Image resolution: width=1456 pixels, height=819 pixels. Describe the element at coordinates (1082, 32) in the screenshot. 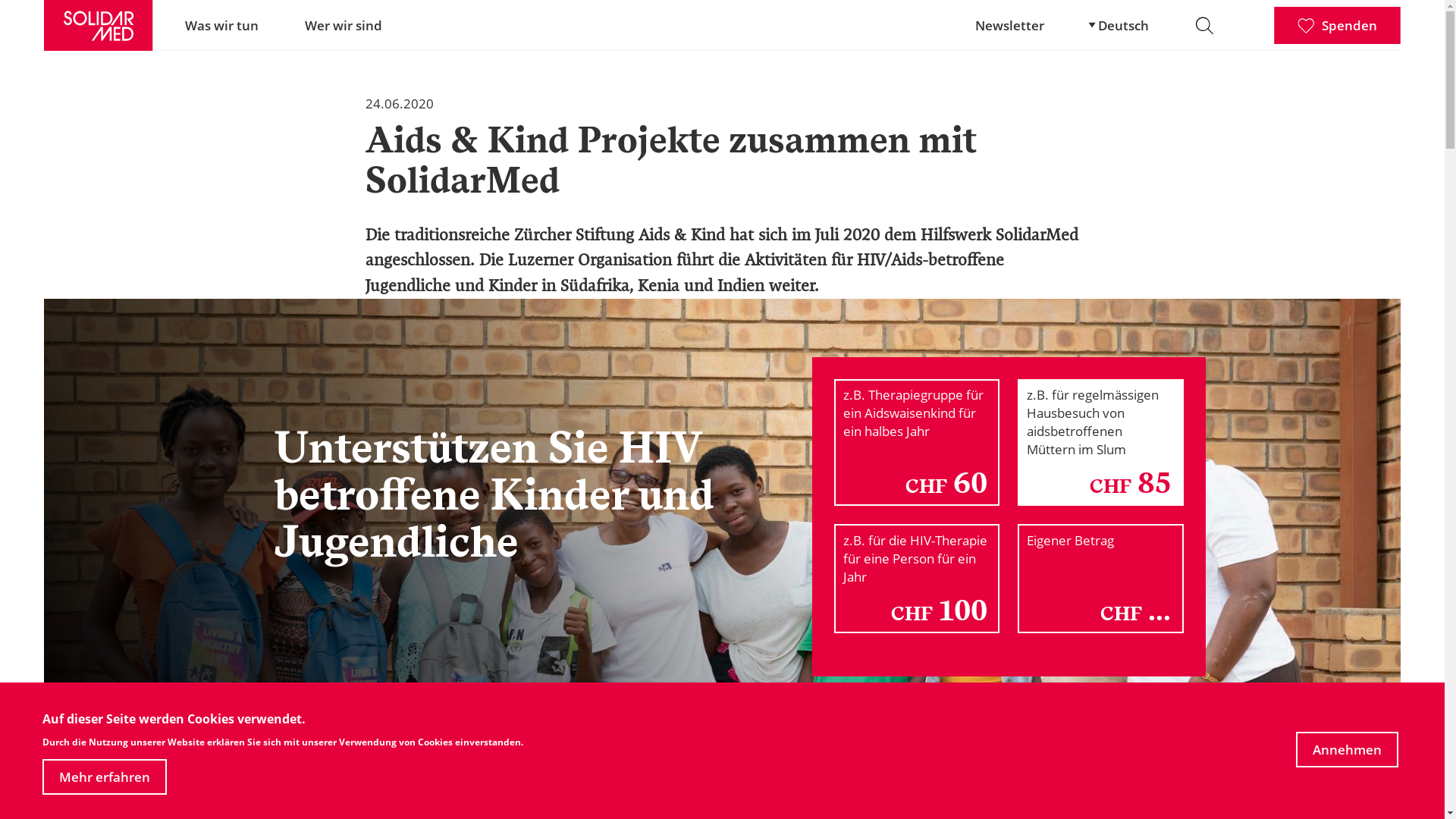

I see `'English'` at that location.